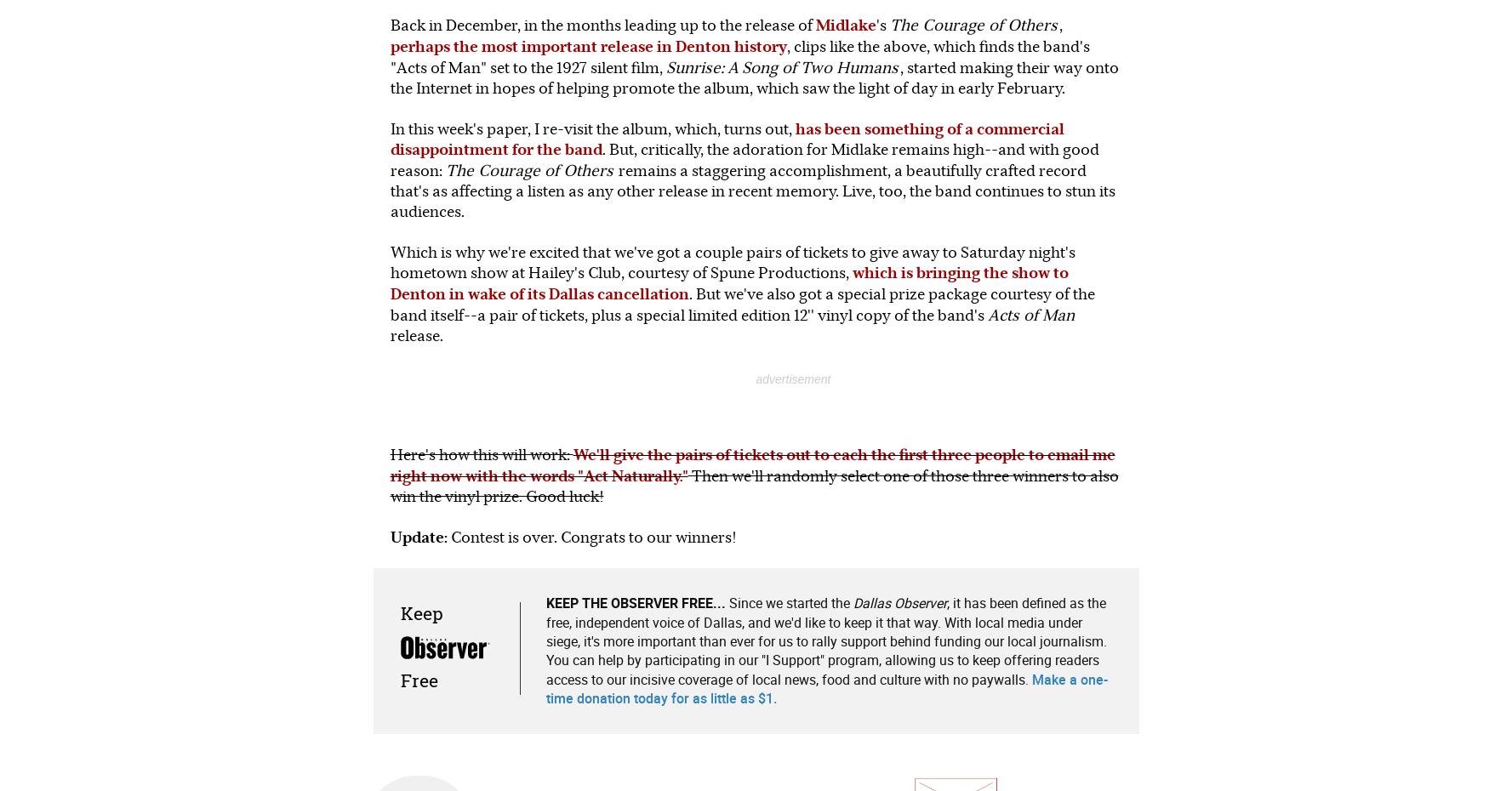 This screenshot has height=791, width=1512. Describe the element at coordinates (480, 452) in the screenshot. I see `'Here's how this will work:'` at that location.